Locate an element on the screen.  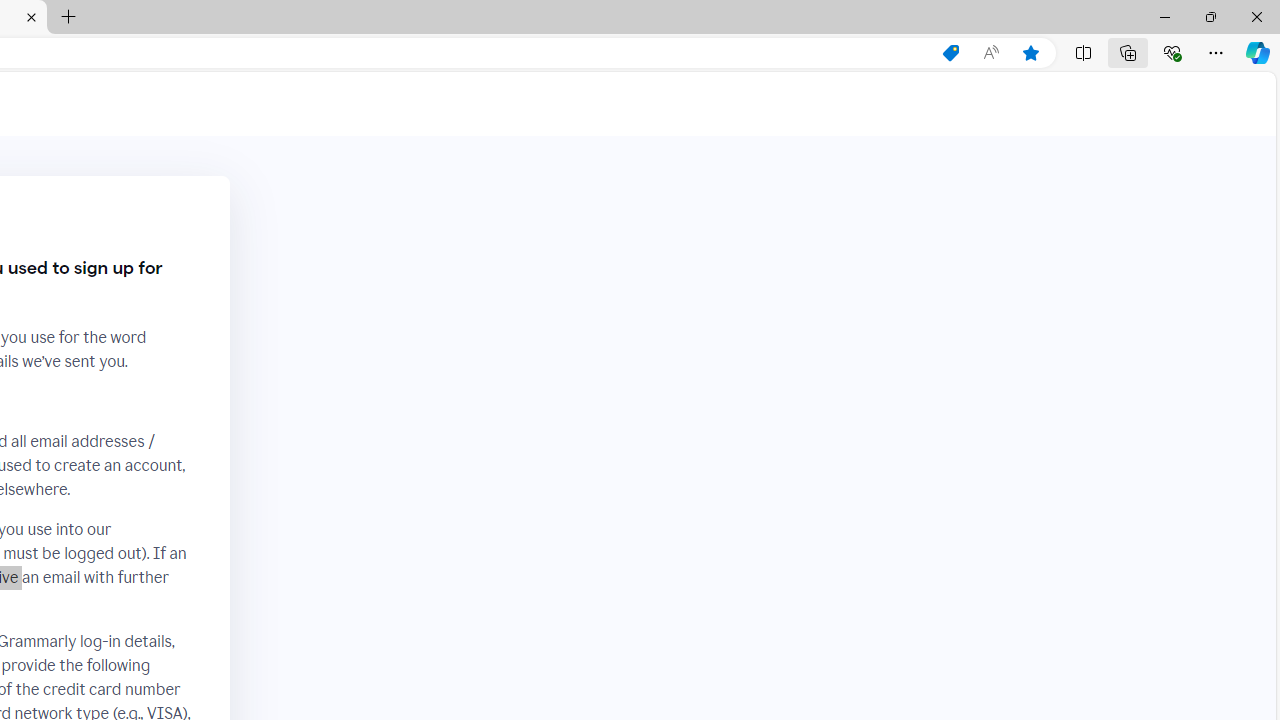
'Shopping in Microsoft Edge' is located at coordinates (950, 52).